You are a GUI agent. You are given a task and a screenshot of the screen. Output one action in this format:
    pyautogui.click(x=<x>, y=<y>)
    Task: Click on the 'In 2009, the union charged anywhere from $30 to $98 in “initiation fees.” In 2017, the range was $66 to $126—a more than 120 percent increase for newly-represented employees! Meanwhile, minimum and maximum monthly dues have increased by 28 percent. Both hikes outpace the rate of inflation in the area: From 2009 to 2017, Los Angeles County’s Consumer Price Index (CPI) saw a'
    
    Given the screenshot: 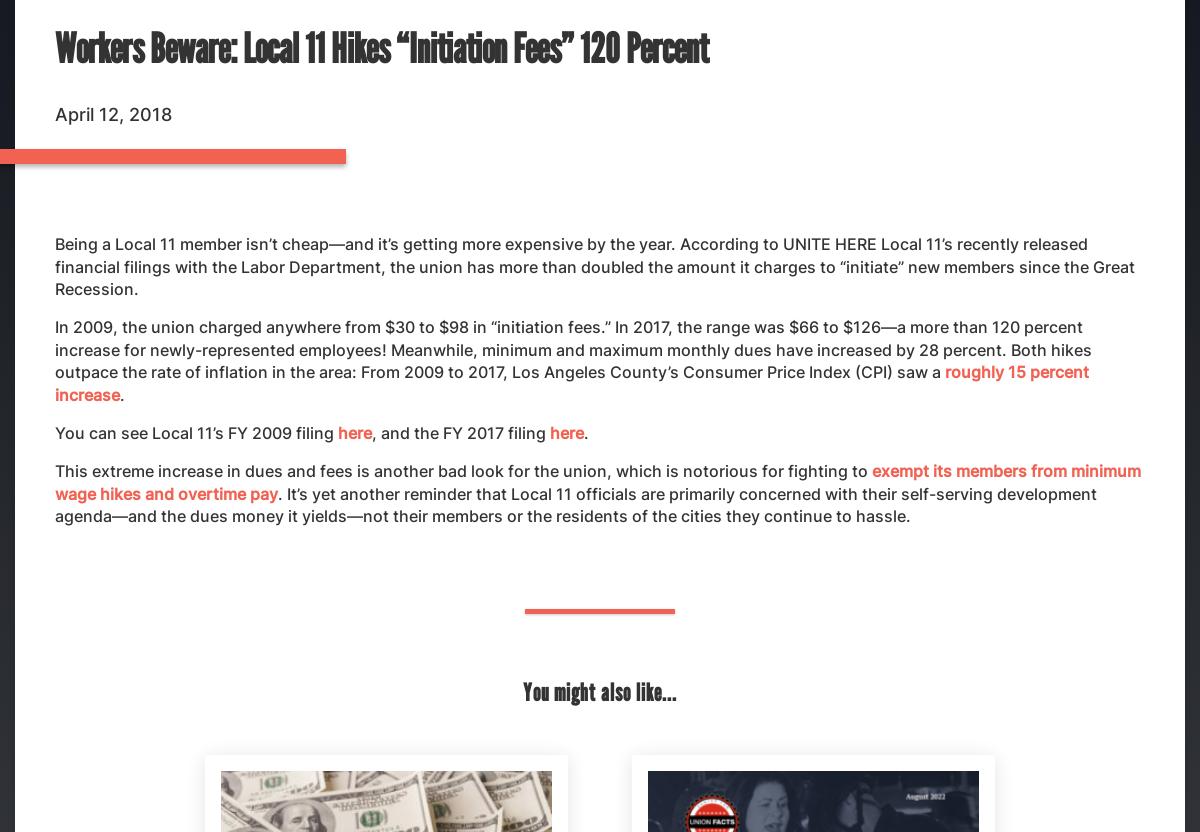 What is the action you would take?
    pyautogui.click(x=54, y=349)
    